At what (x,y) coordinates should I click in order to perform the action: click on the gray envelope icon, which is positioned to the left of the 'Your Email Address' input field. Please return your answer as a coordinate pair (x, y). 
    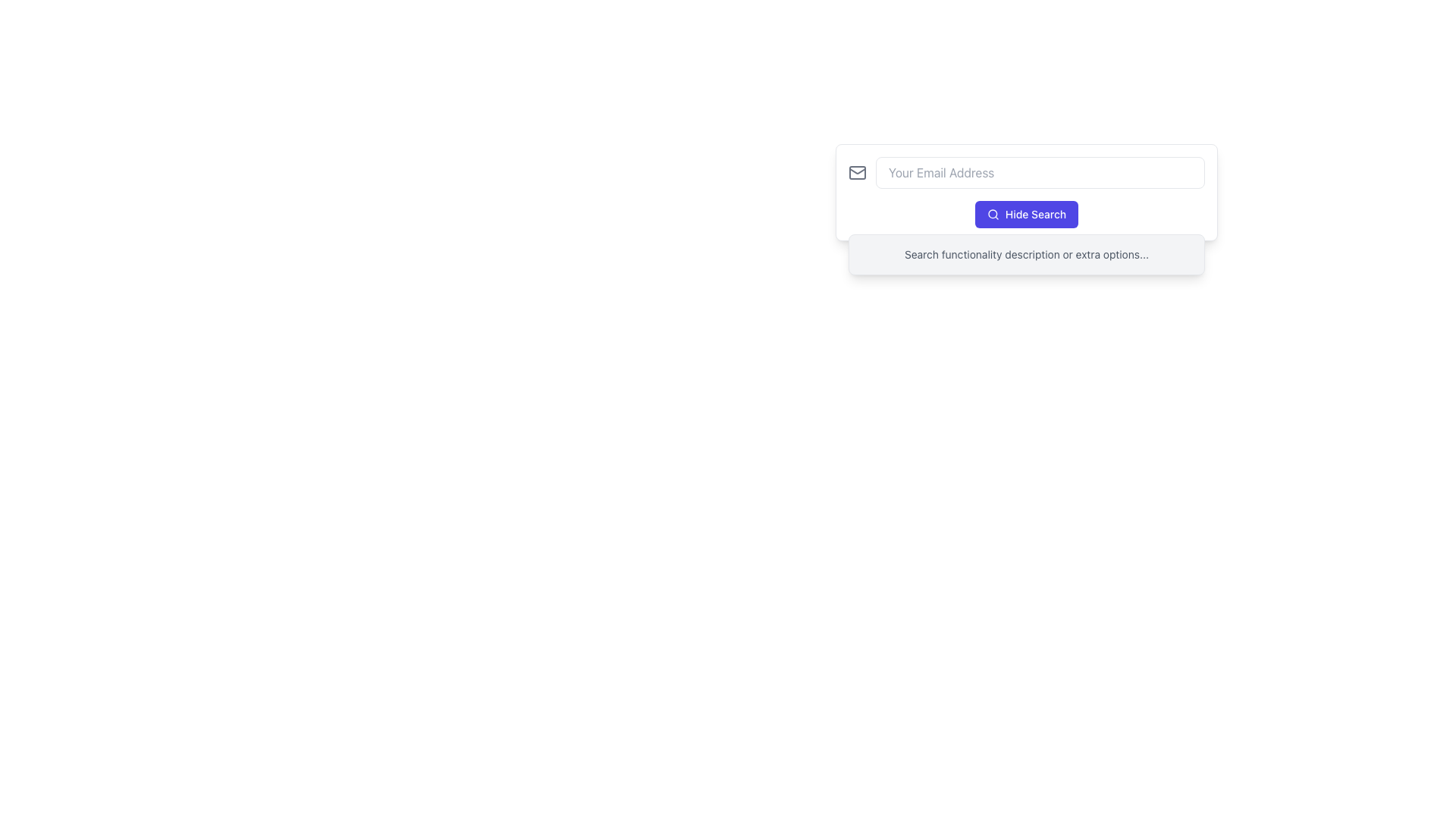
    Looking at the image, I should click on (858, 171).